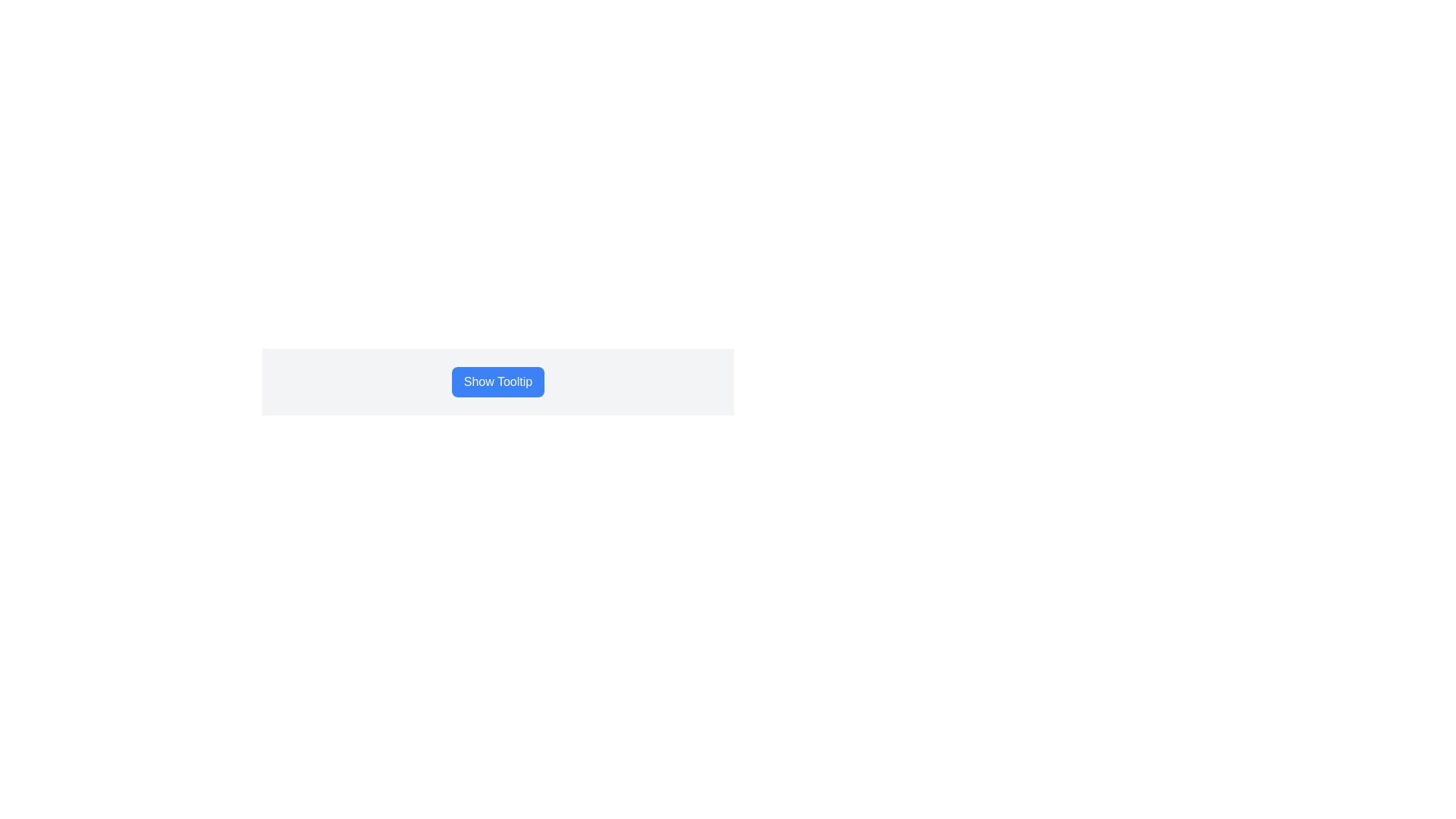 The height and width of the screenshot is (819, 1456). Describe the element at coordinates (498, 381) in the screenshot. I see `the blue button with rounded edges that reads 'Show Tooltip' to invoke an interaction` at that location.